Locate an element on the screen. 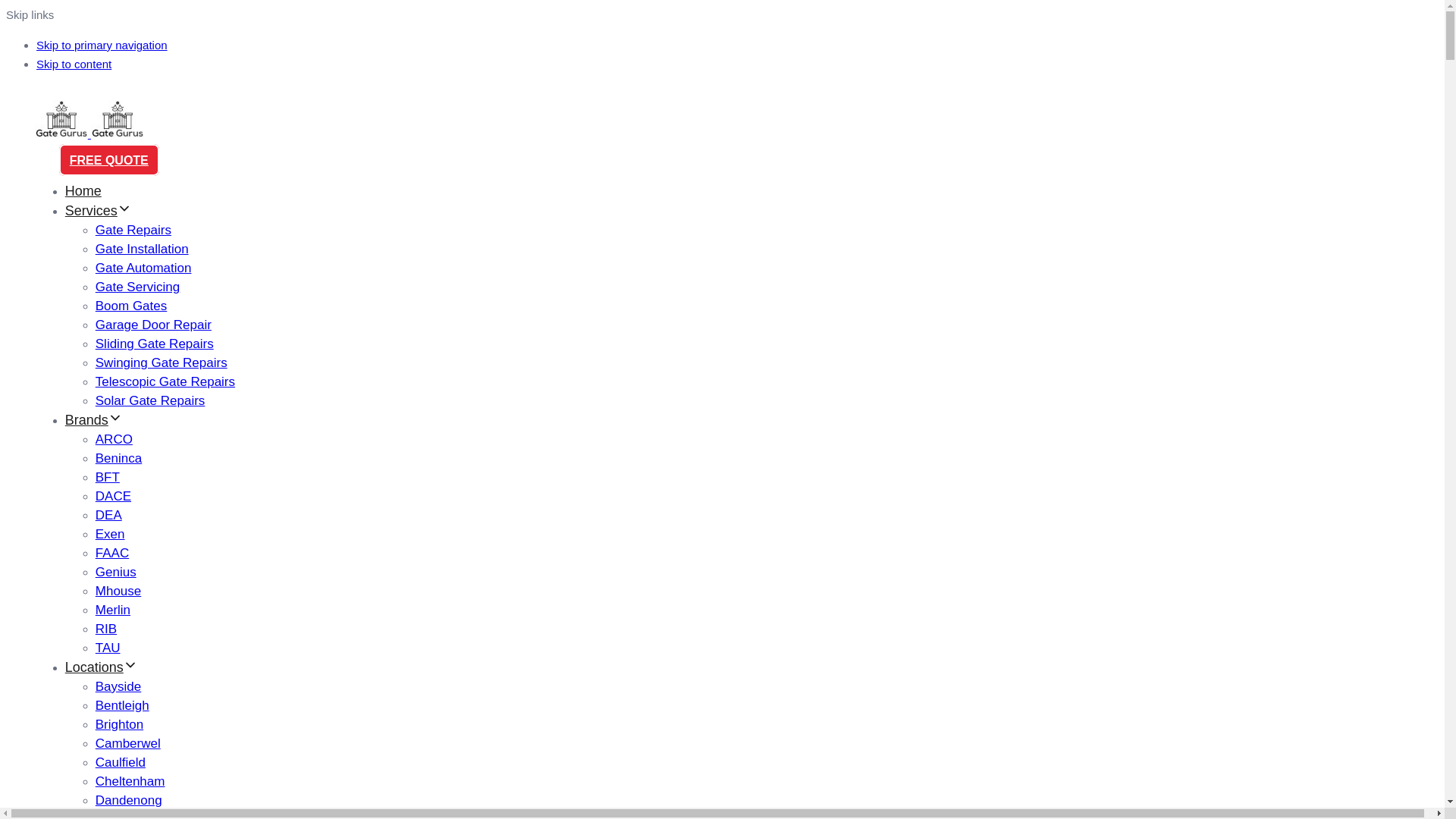 This screenshot has height=819, width=1456. 'Services' is located at coordinates (97, 210).